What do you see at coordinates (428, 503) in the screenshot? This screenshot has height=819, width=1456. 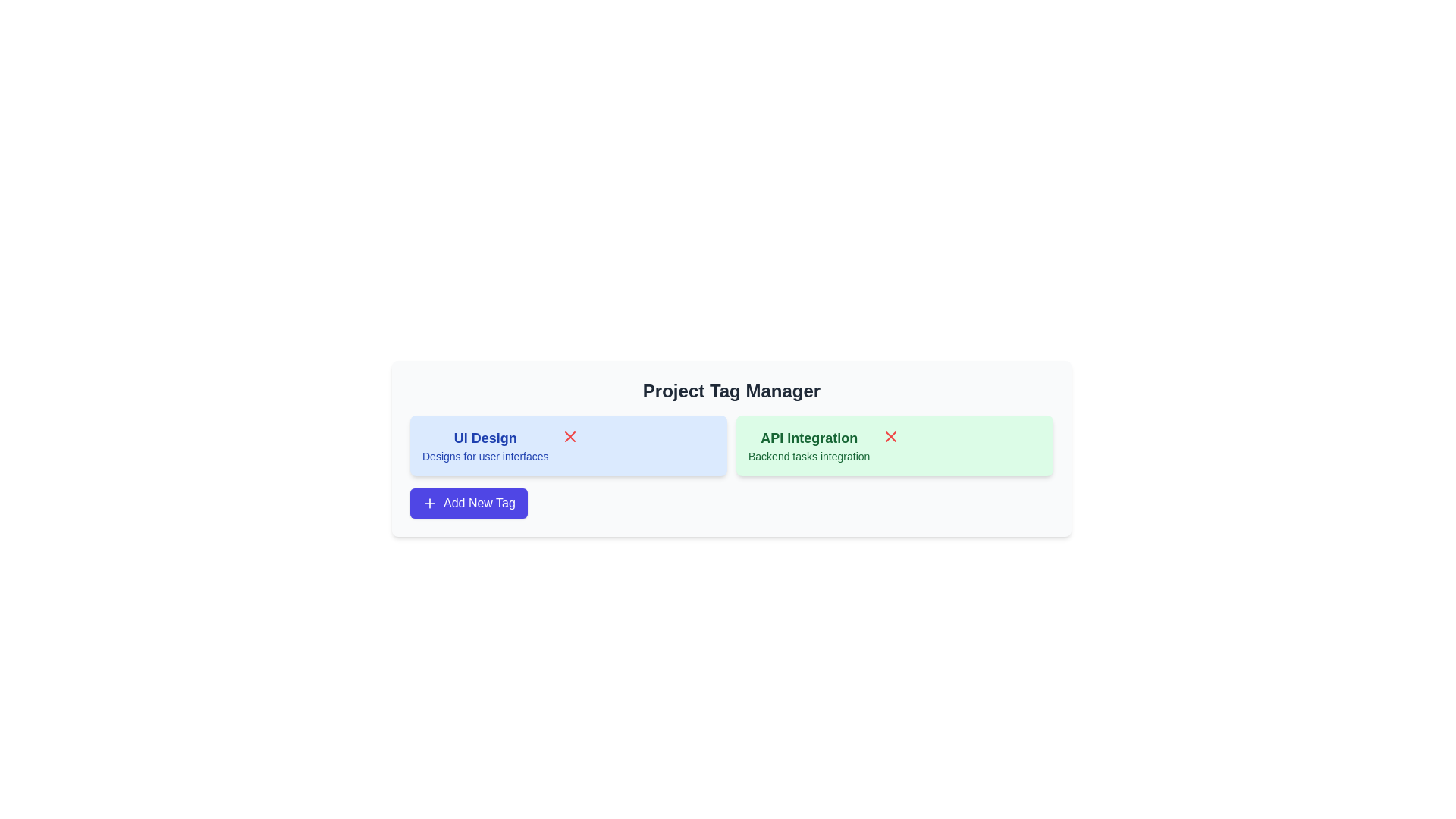 I see `the plus-shaped icon within the 'Add New Tag' button, which is styled with white lines on a deep blue background, positioned at the left side of the button` at bounding box center [428, 503].